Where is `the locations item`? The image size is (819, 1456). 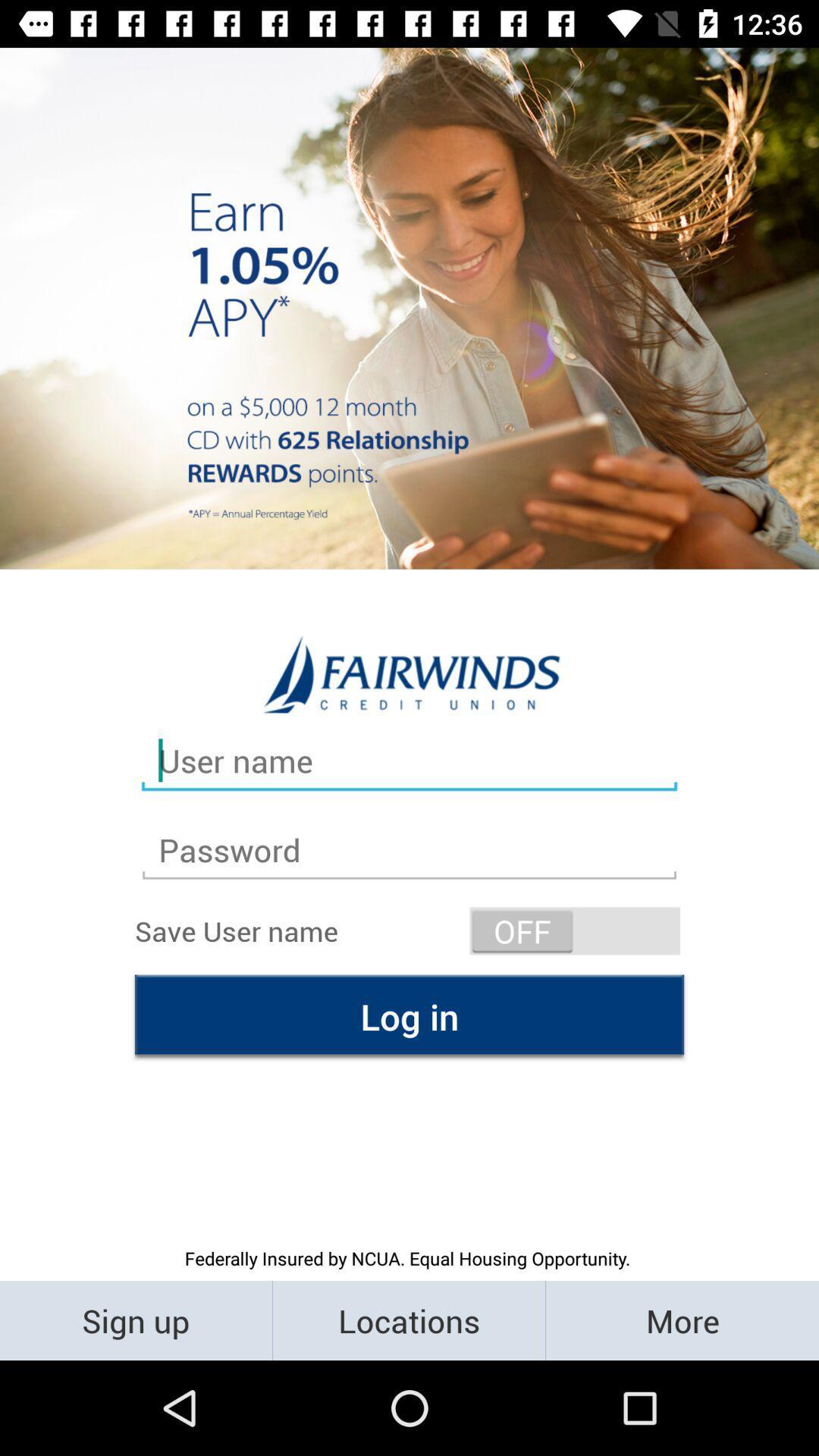
the locations item is located at coordinates (408, 1319).